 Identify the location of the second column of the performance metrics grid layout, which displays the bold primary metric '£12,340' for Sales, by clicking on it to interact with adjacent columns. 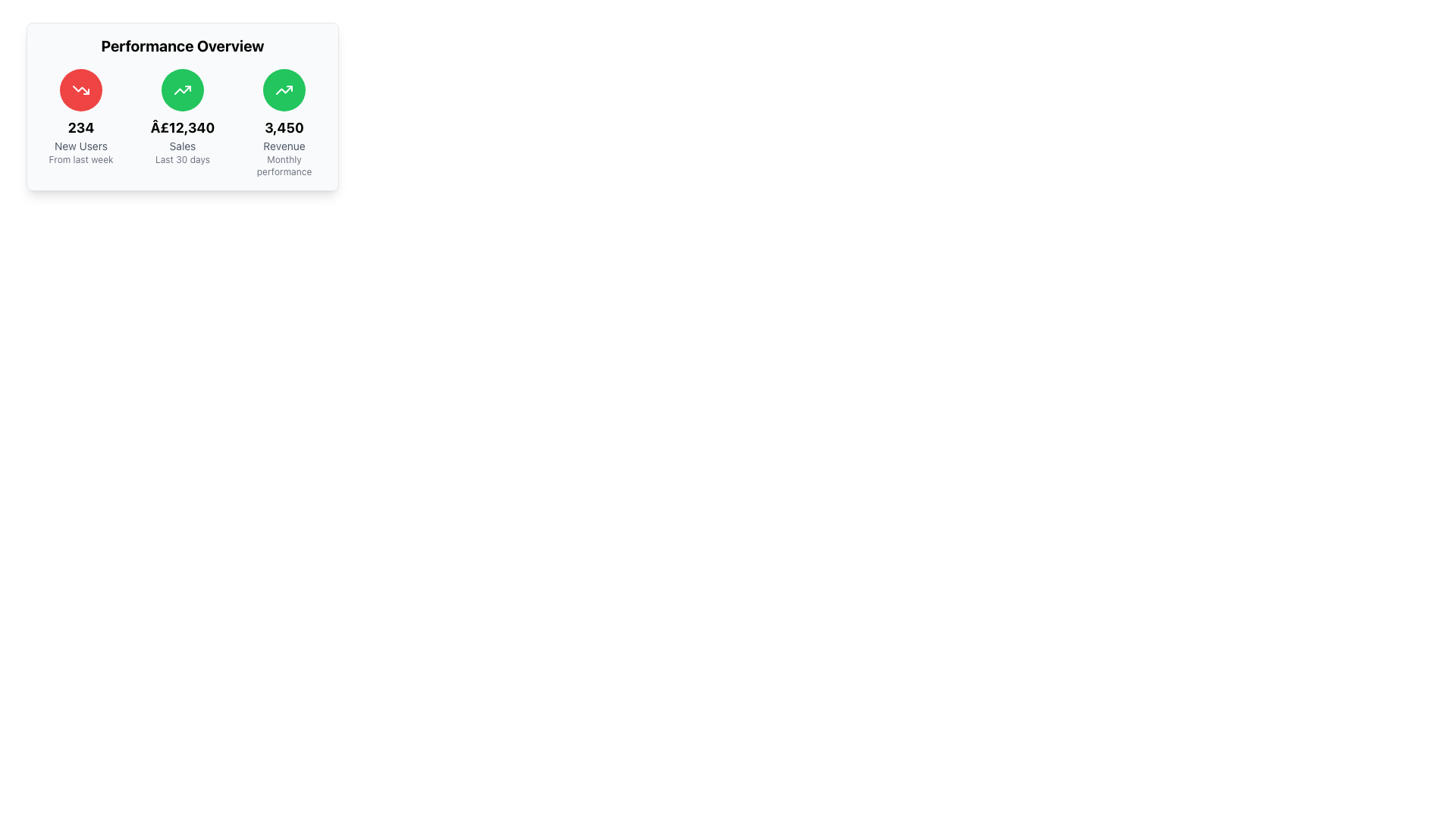
(182, 122).